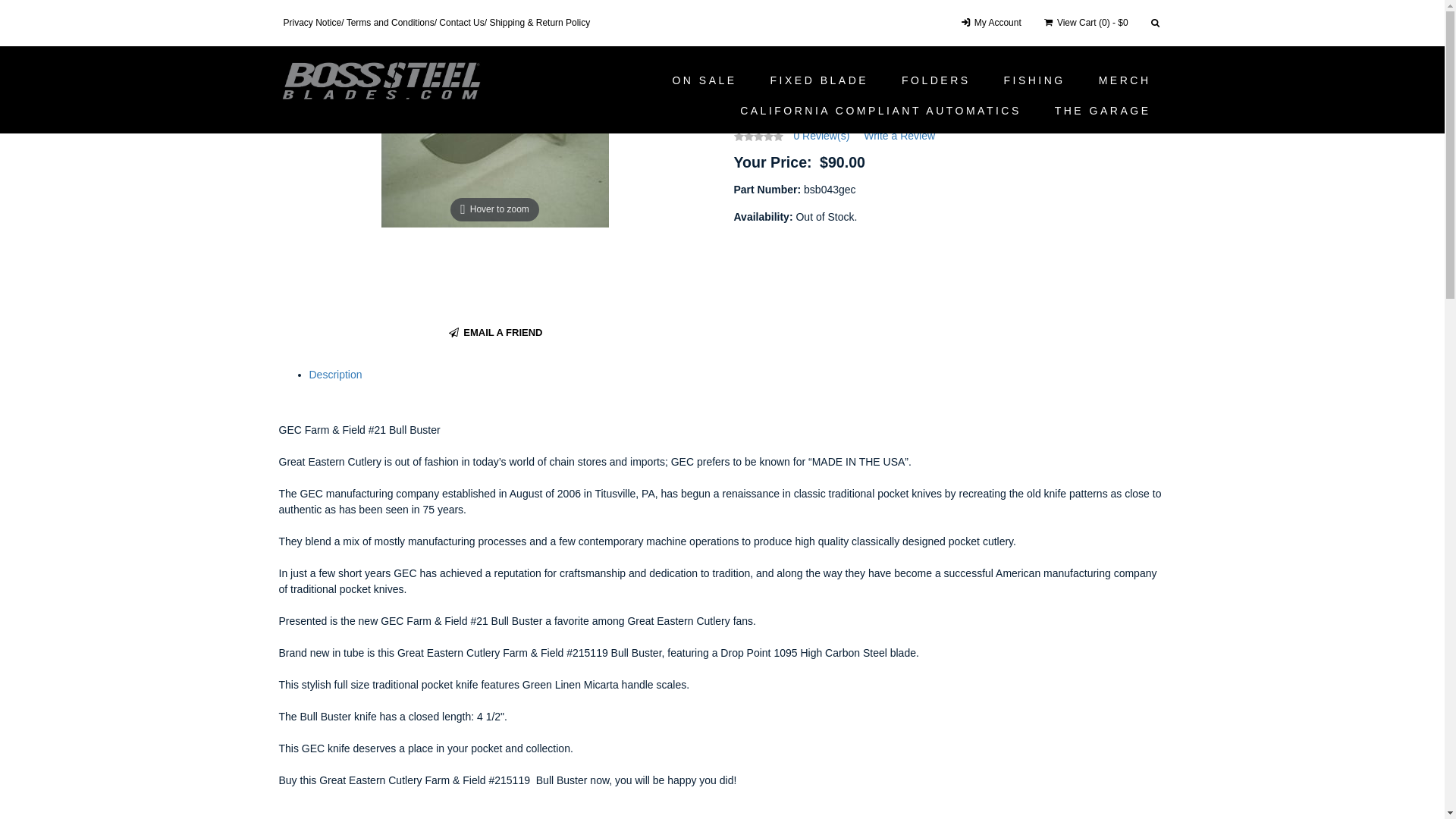 The height and width of the screenshot is (819, 1456). What do you see at coordinates (1144, 23) in the screenshot?
I see `'Search'` at bounding box center [1144, 23].